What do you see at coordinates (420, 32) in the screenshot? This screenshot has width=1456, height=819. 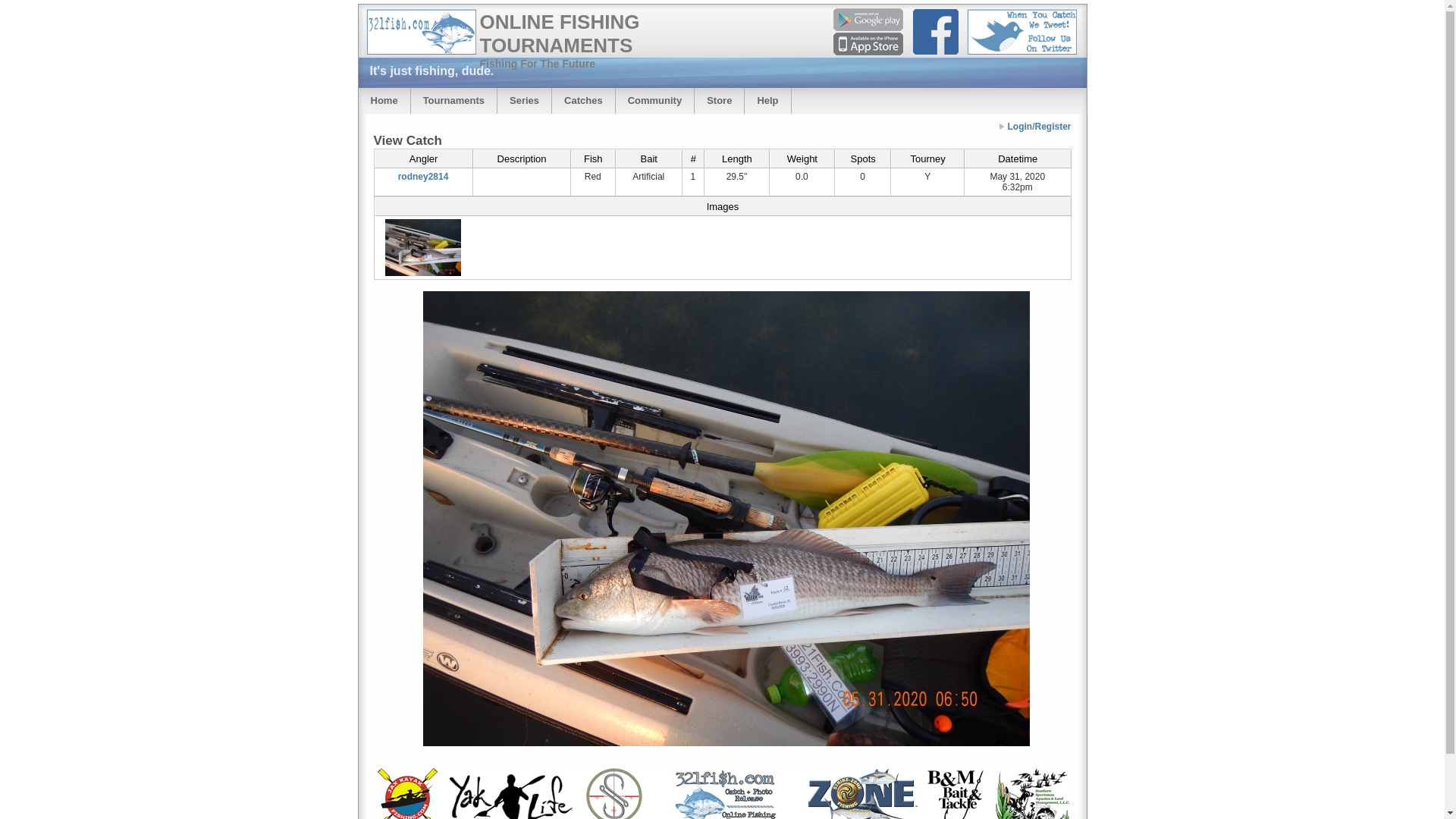 I see `'321Fish.com - Online Fishing Tournaments'` at bounding box center [420, 32].